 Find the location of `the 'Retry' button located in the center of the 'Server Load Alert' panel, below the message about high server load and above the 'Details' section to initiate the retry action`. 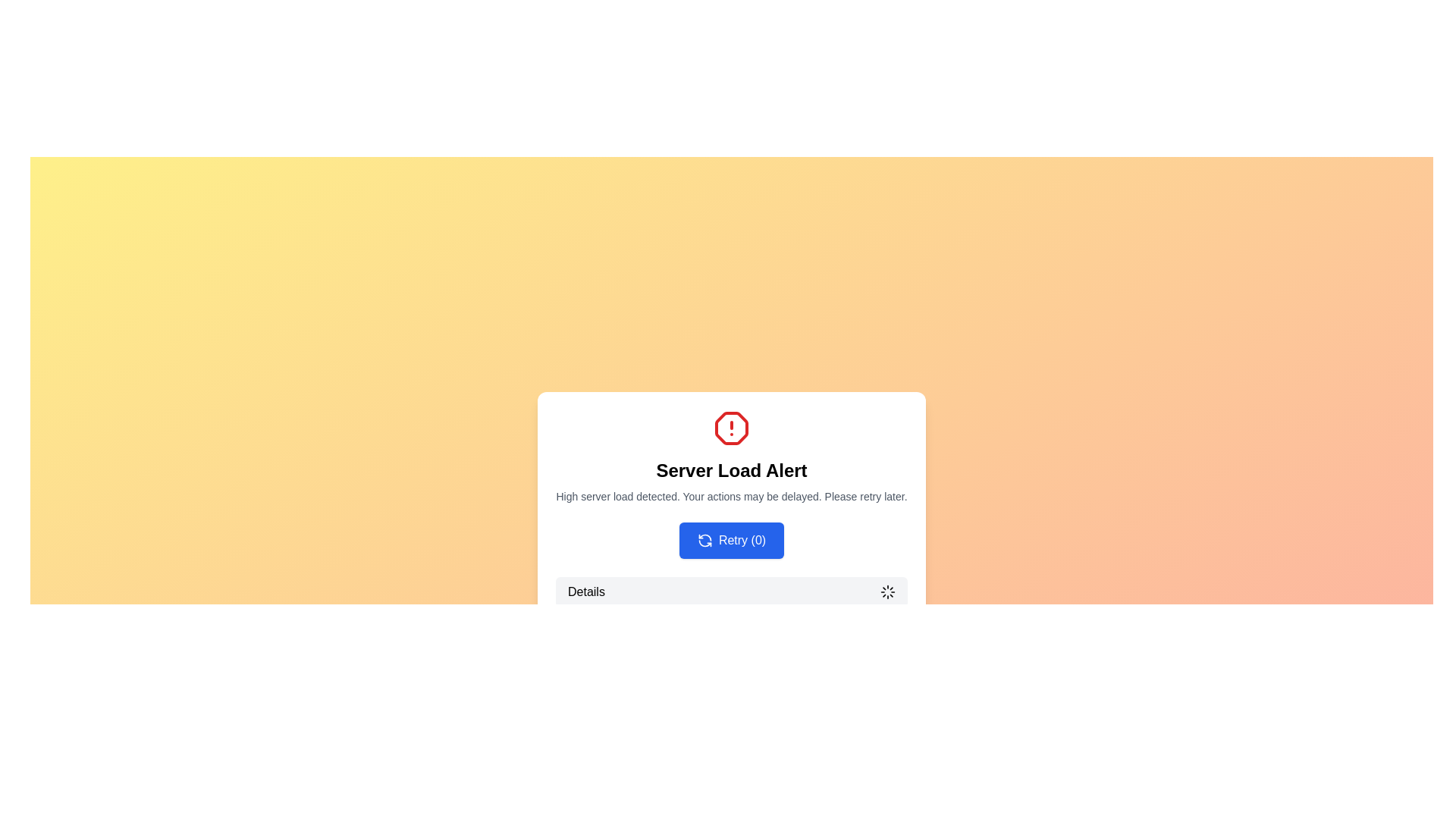

the 'Retry' button located in the center of the 'Server Load Alert' panel, below the message about high server load and above the 'Details' section to initiate the retry action is located at coordinates (731, 540).